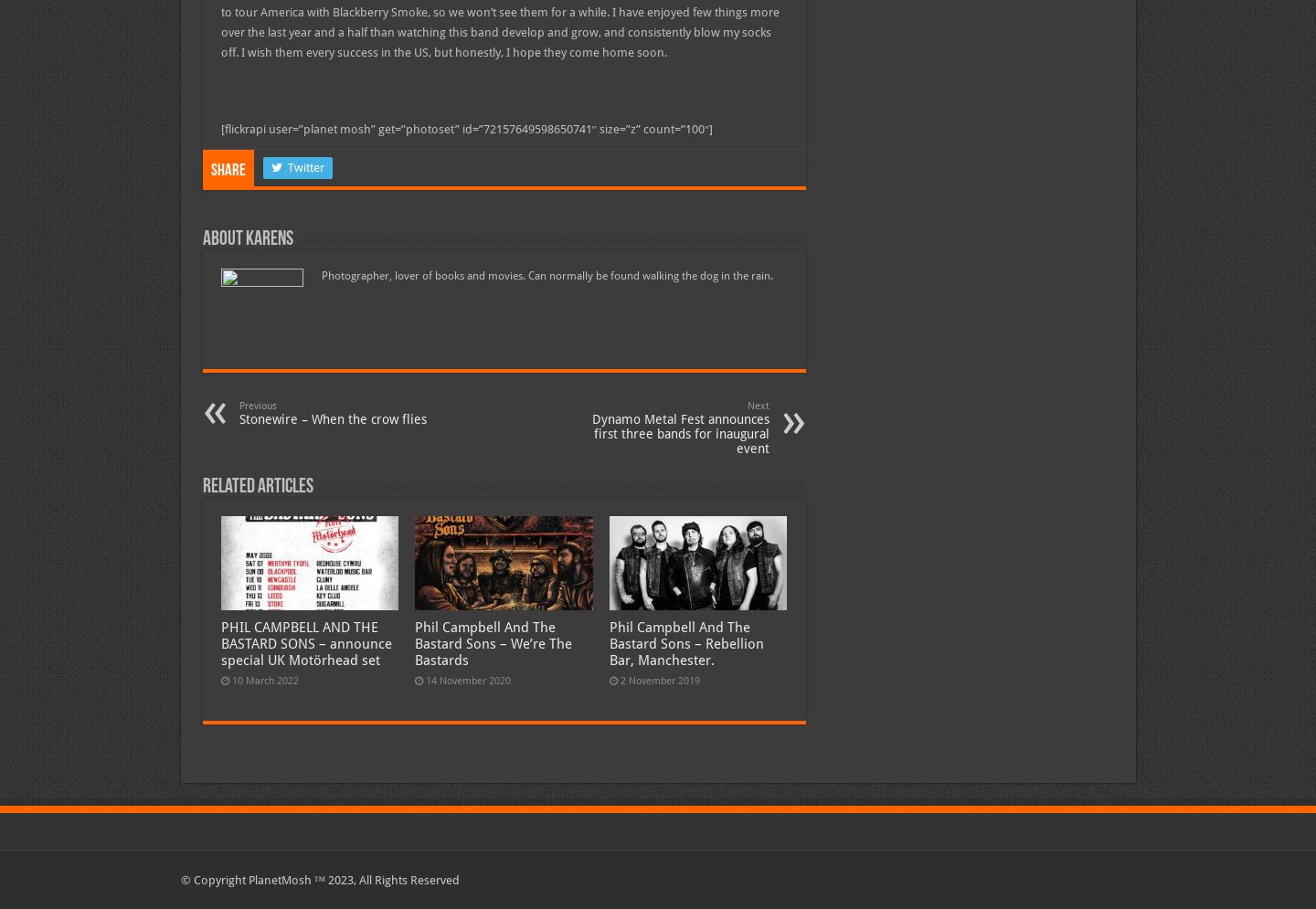 This screenshot has height=909, width=1316. Describe the element at coordinates (685, 643) in the screenshot. I see `'Phil Campbell And The Bastard Sons – Rebellion Bar, Manchester.'` at that location.